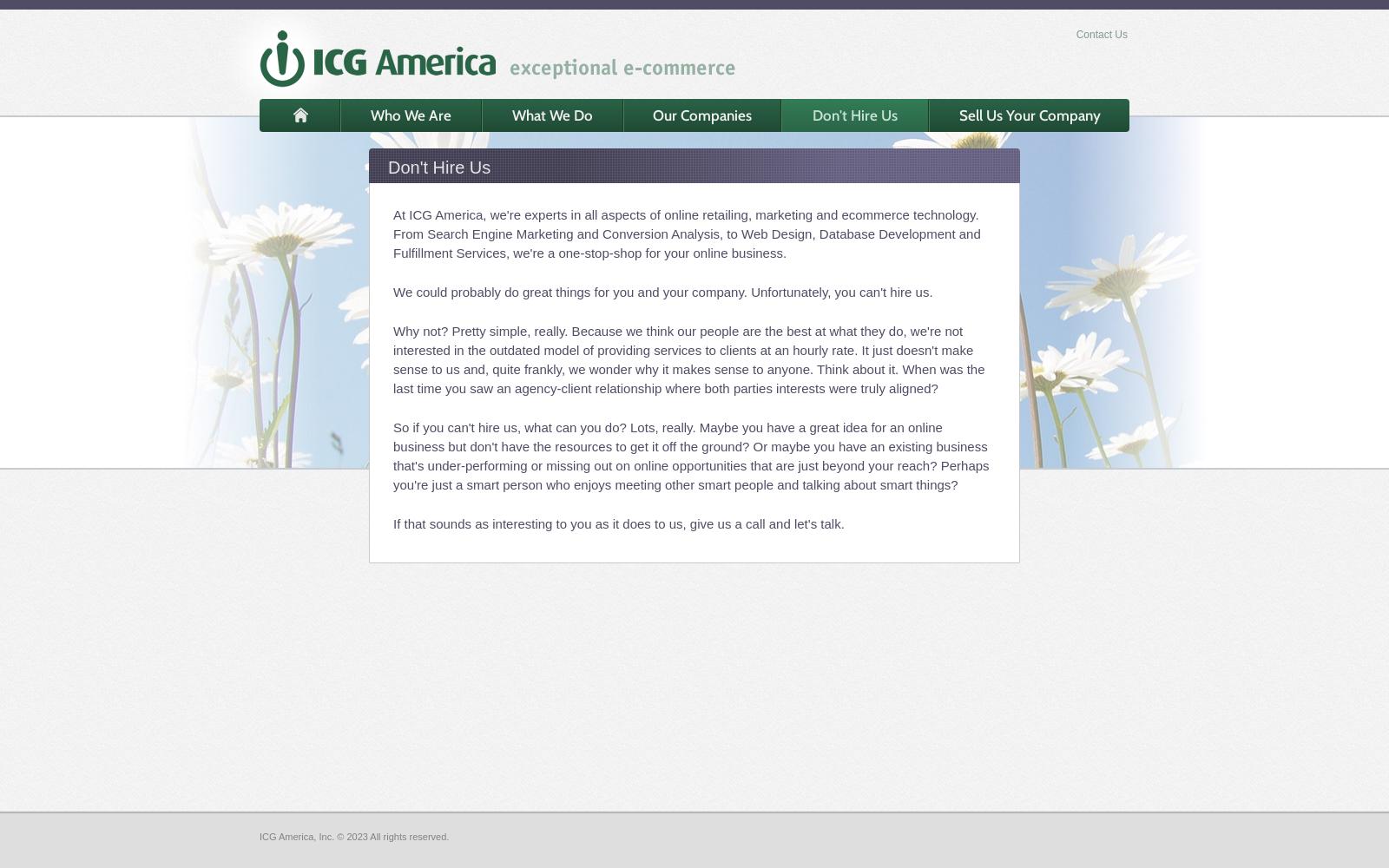  I want to click on 'Our Companies', so click(701, 115).